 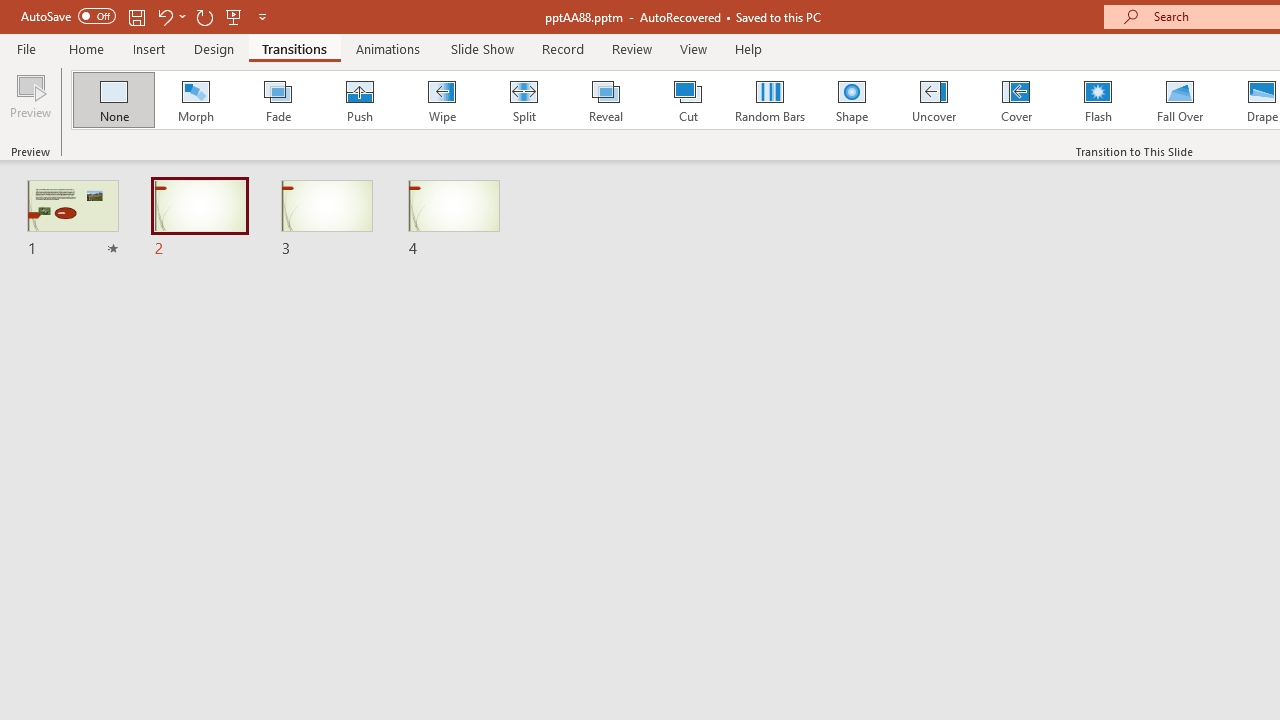 I want to click on 'Wipe', so click(x=440, y=100).